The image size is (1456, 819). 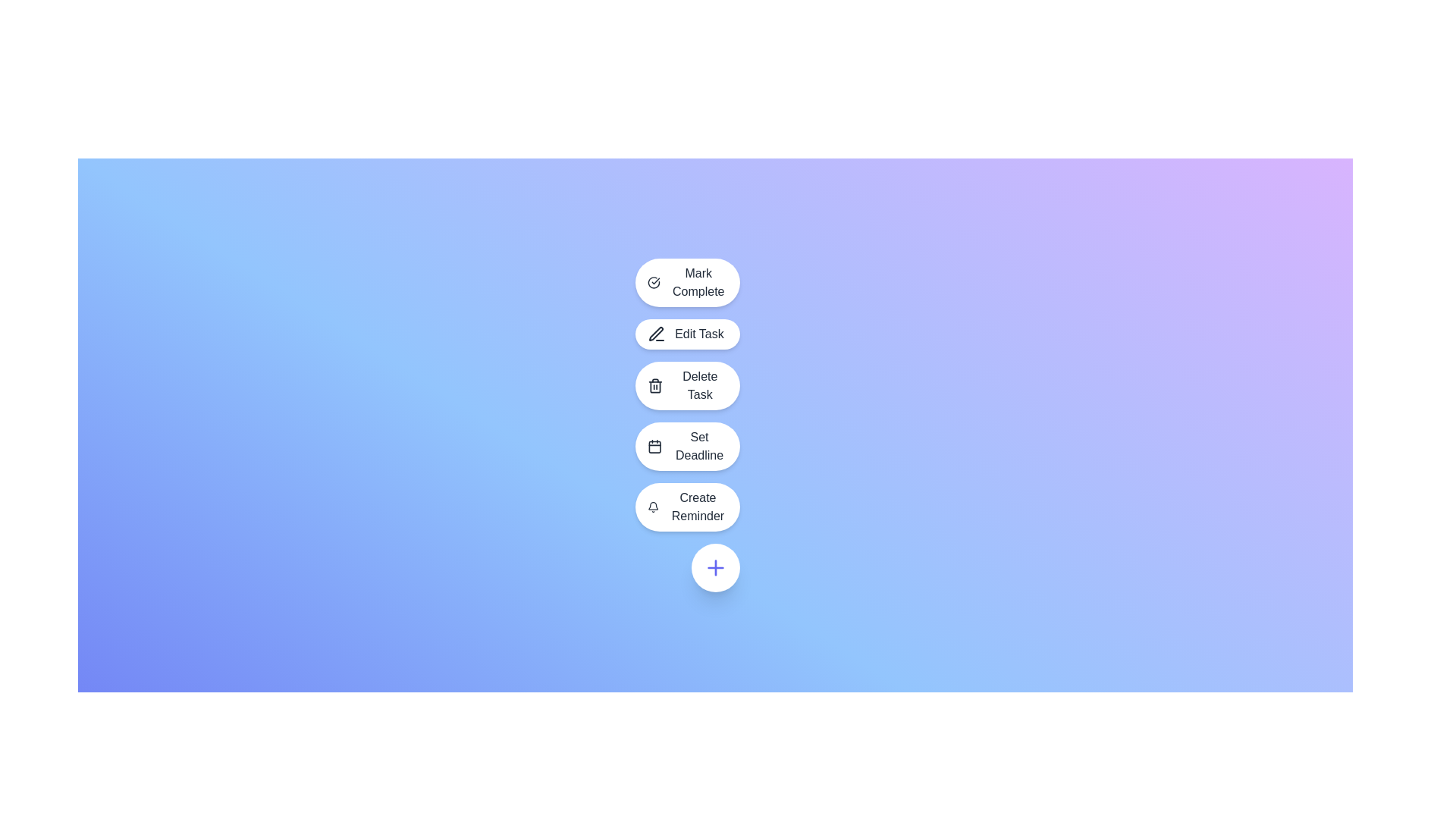 What do you see at coordinates (653, 506) in the screenshot?
I see `the notification settings icon located to the right of the last item in a vertical stack of buttons` at bounding box center [653, 506].